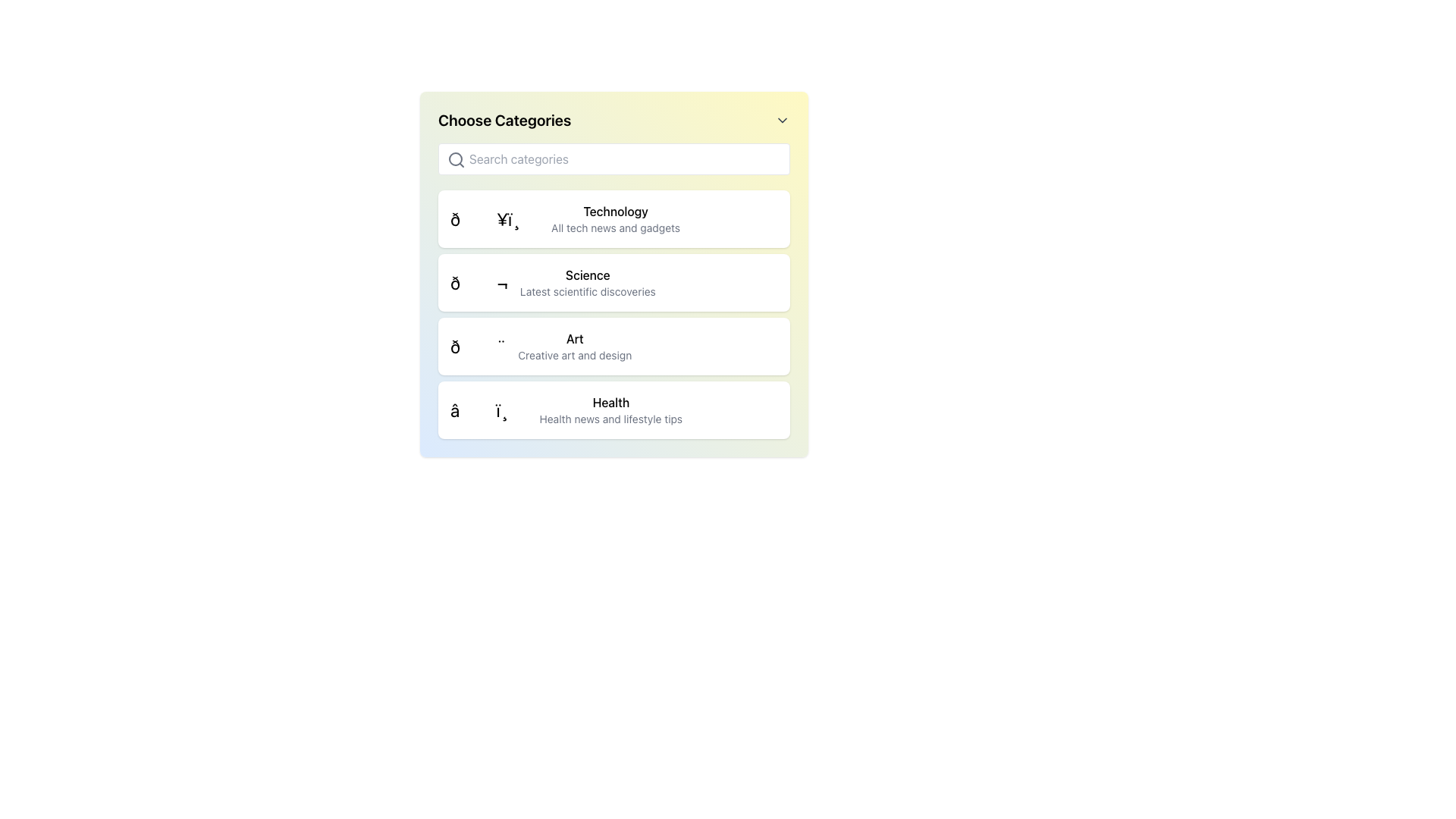 Image resolution: width=1456 pixels, height=819 pixels. Describe the element at coordinates (614, 409) in the screenshot. I see `the 'Health' category button located in the vertically stacked menu list` at that location.